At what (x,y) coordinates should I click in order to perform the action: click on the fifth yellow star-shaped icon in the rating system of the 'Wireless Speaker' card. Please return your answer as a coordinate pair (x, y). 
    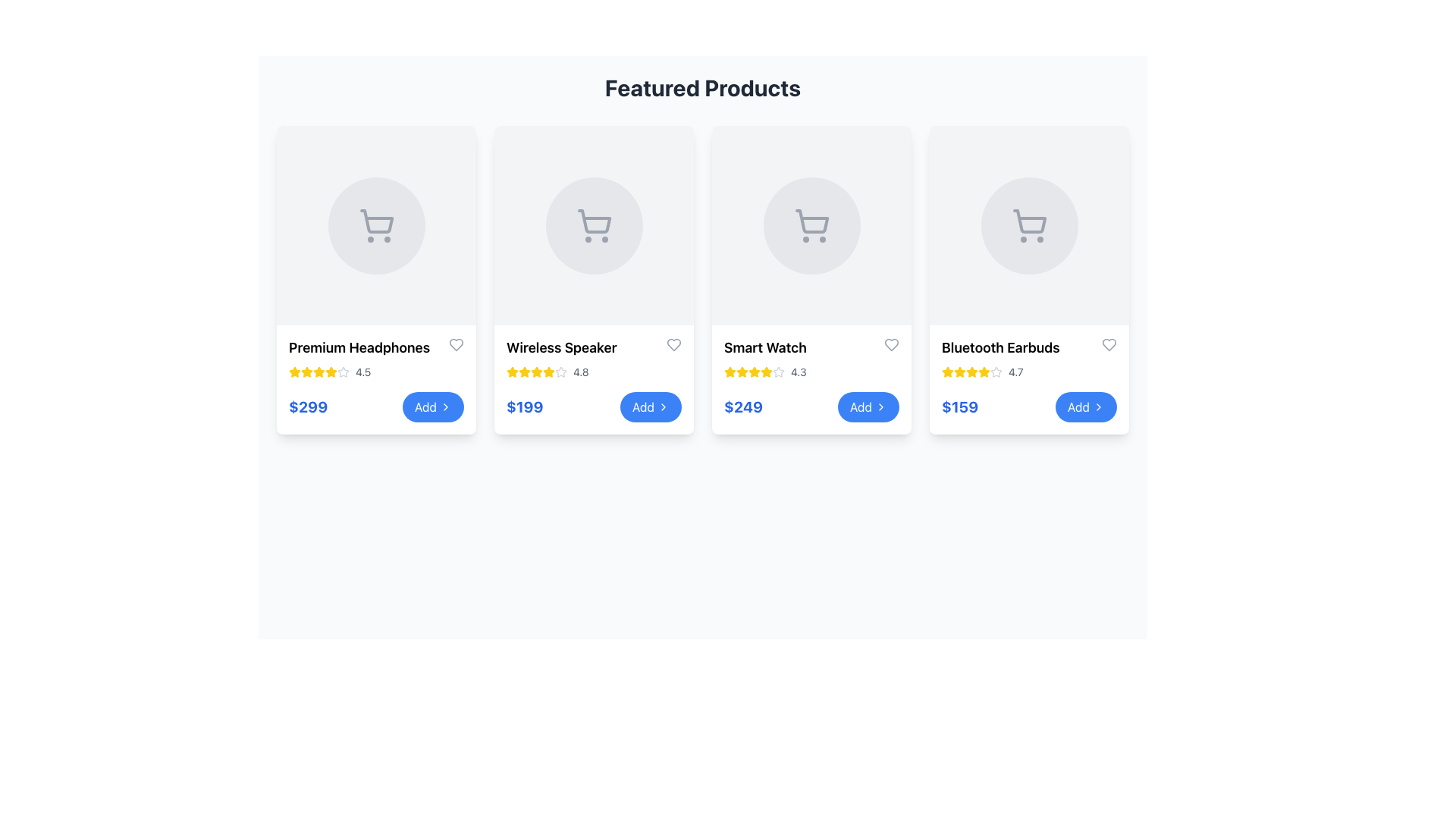
    Looking at the image, I should click on (537, 372).